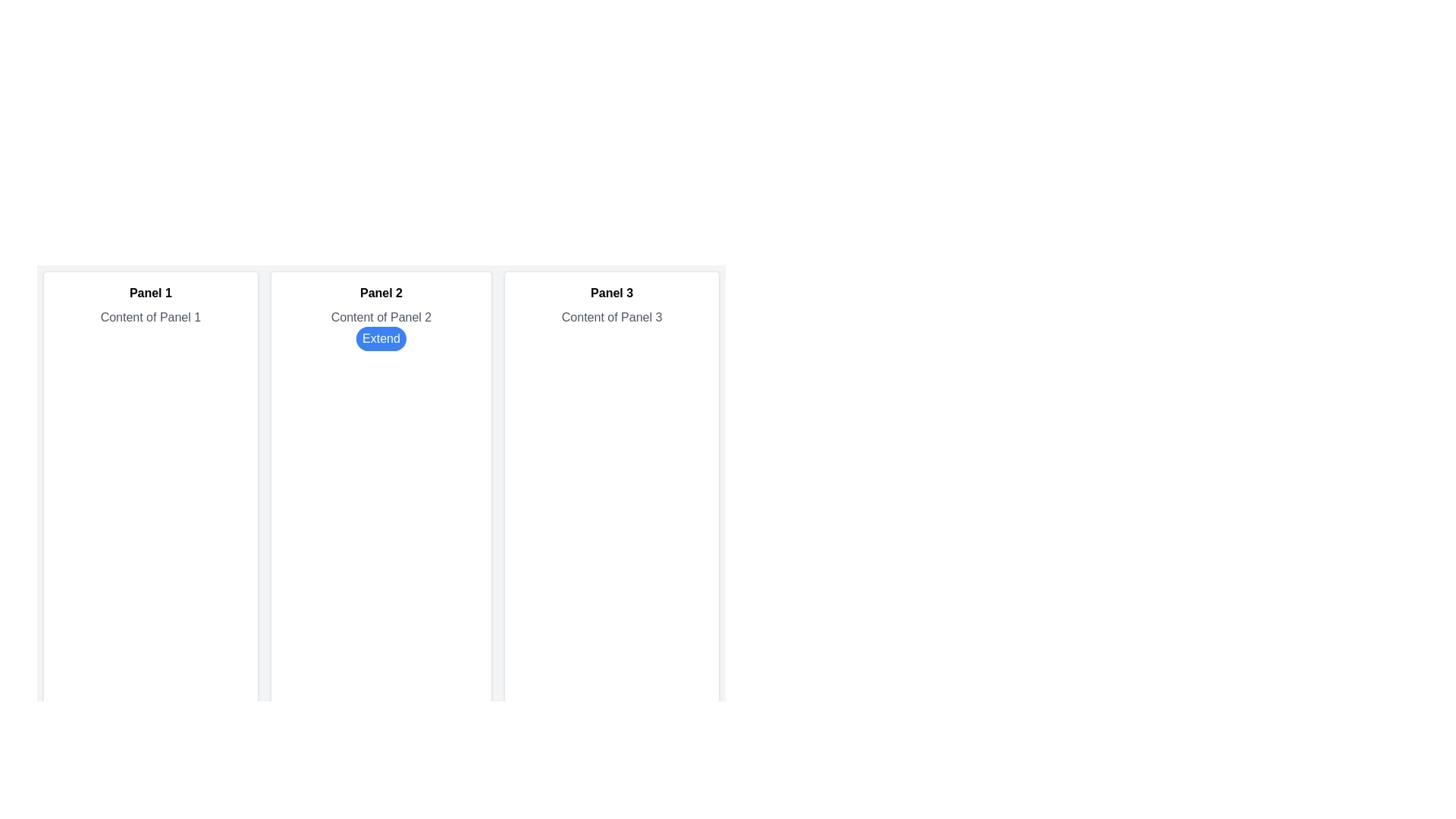 This screenshot has height=819, width=1456. I want to click on the static text label that provides descriptive content for 'Panel 1', located below the 'Panel 1' heading and above the 'Extend' button, so click(150, 317).